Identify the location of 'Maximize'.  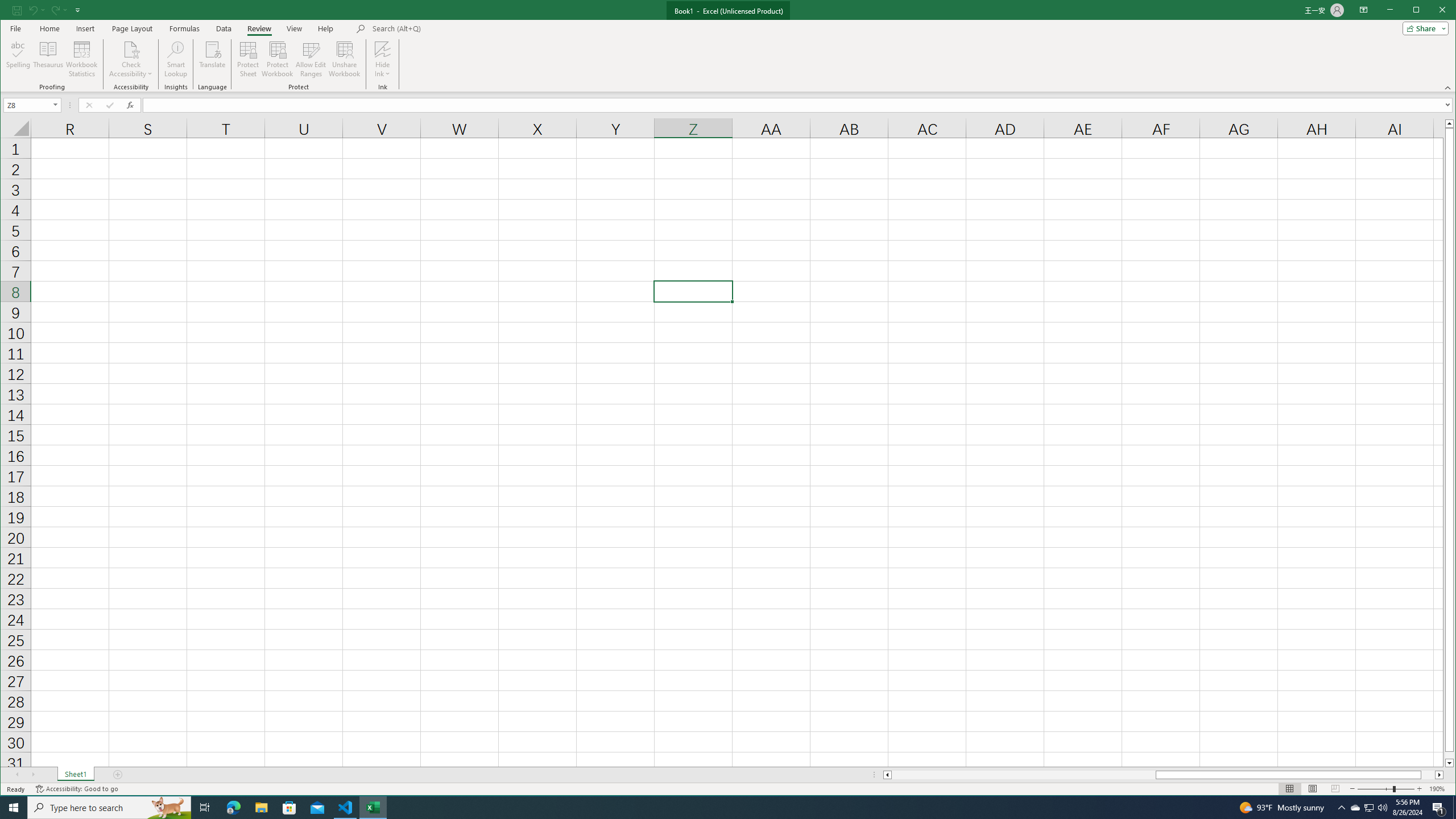
(1433, 11).